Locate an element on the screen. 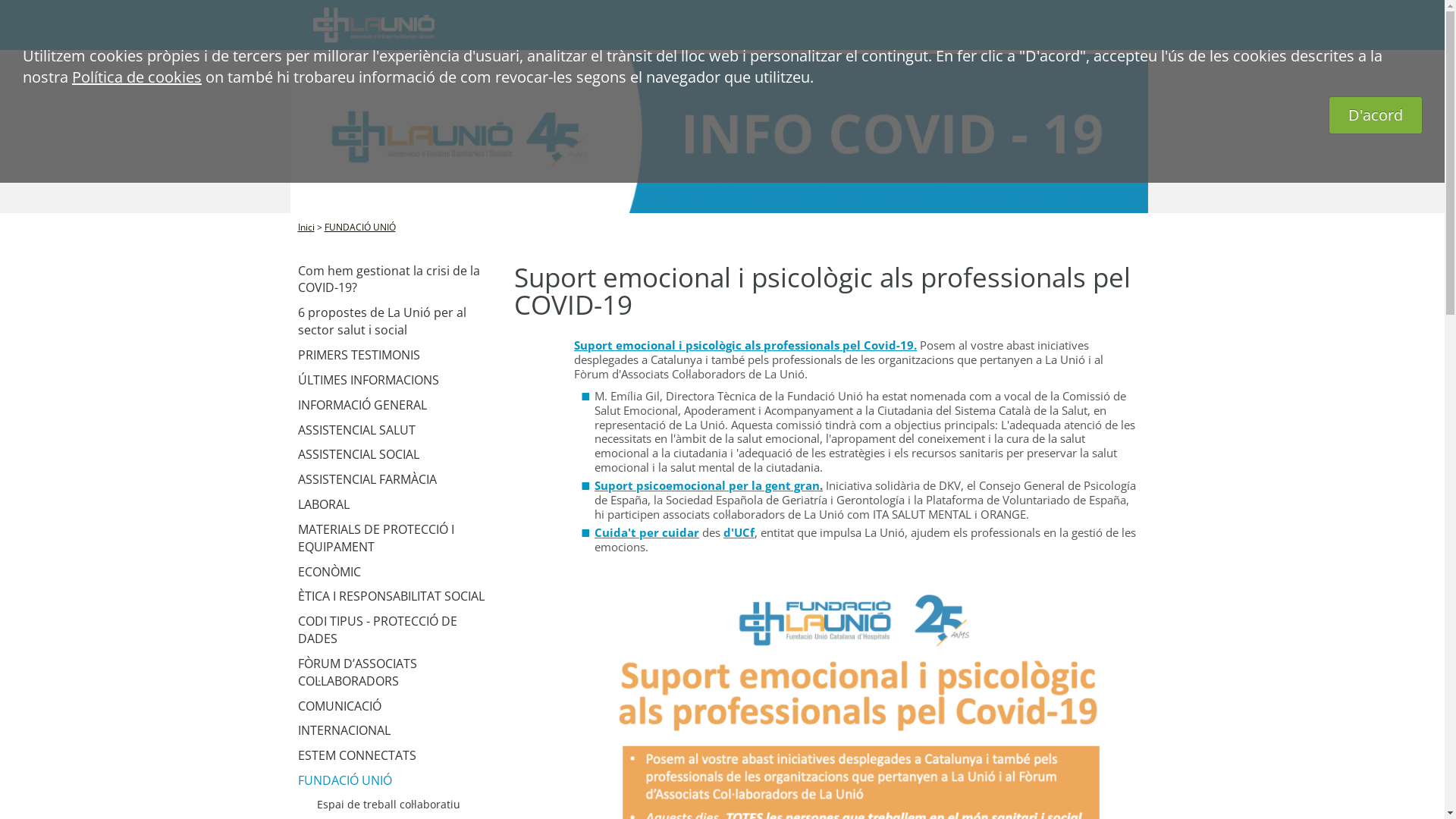 The width and height of the screenshot is (1456, 819). 'd'UCf' is located at coordinates (739, 532).